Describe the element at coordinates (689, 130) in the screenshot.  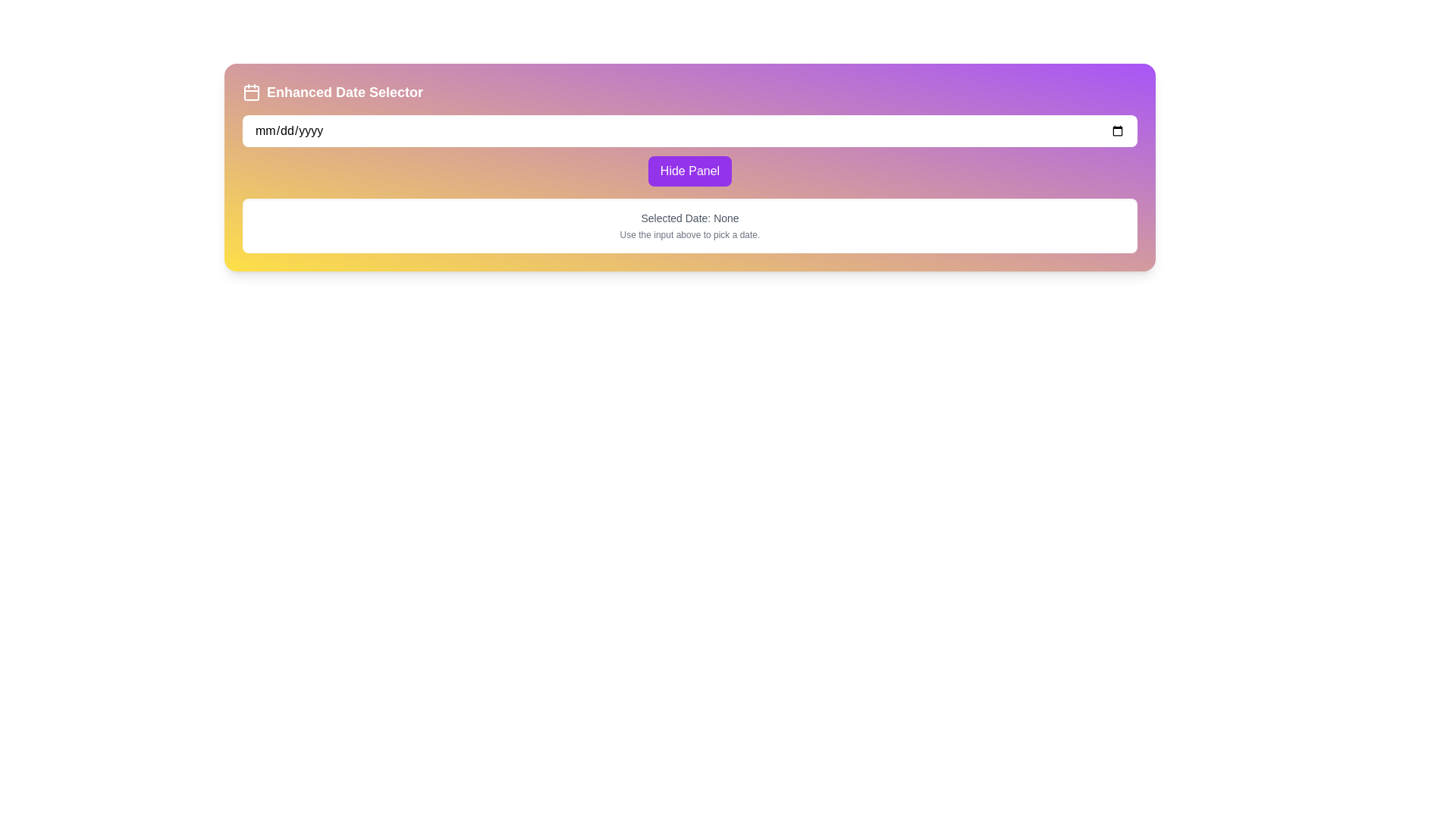
I see `the date input field styled with a white background and rounded corners` at that location.